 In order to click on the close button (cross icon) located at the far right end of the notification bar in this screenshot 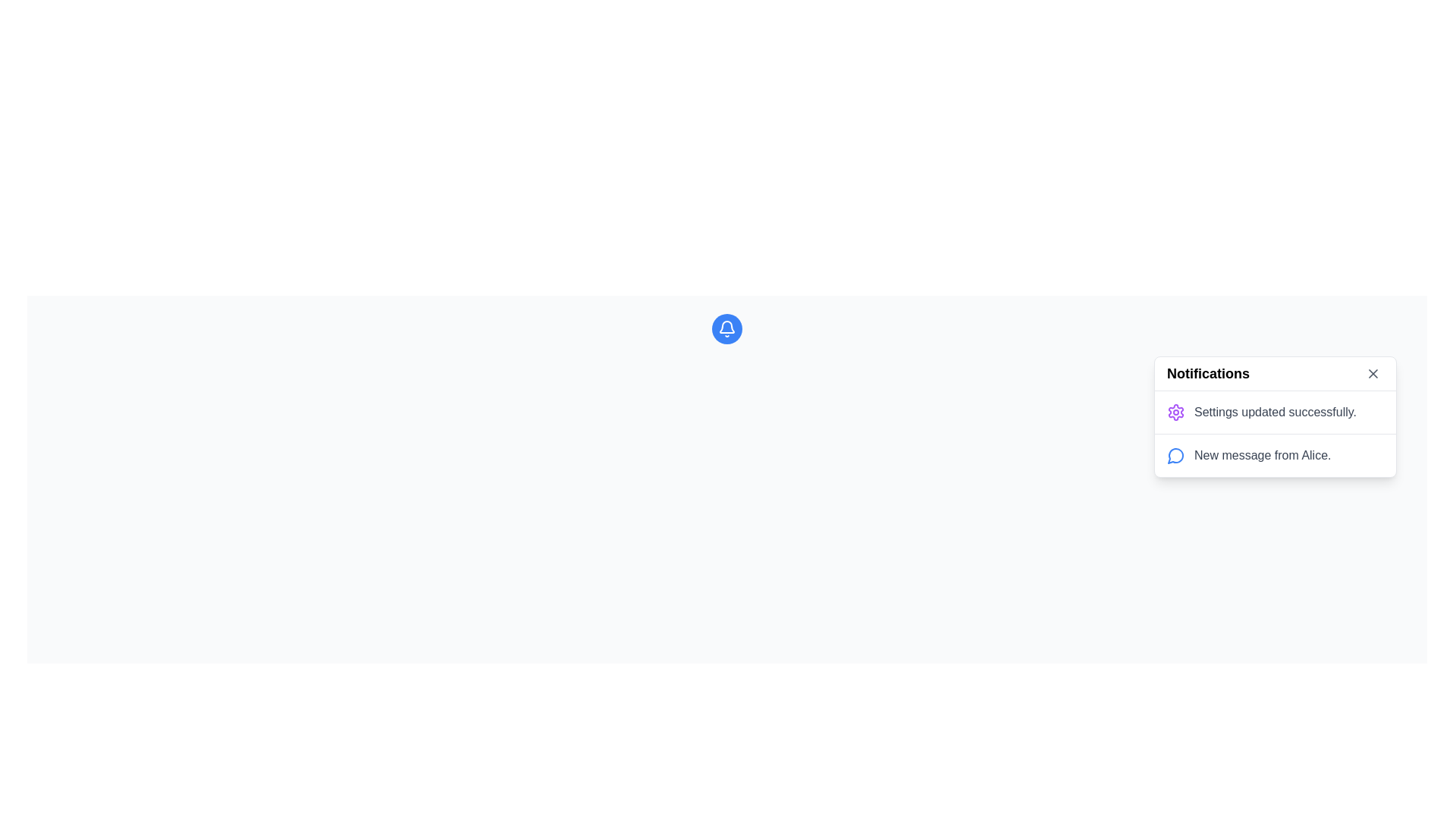, I will do `click(1373, 374)`.